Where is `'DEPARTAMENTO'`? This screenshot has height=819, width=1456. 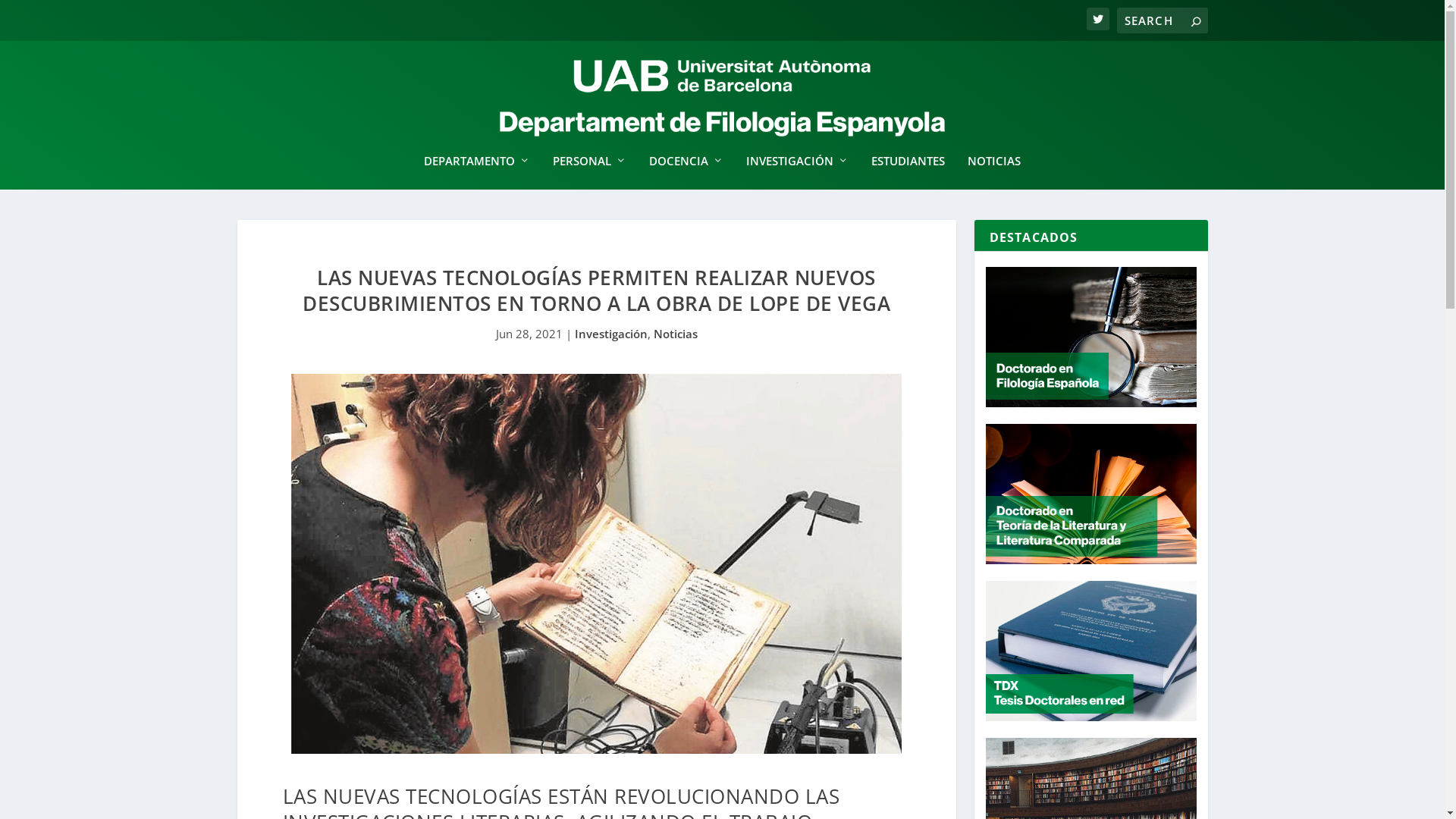
'DEPARTAMENTO' is located at coordinates (475, 171).